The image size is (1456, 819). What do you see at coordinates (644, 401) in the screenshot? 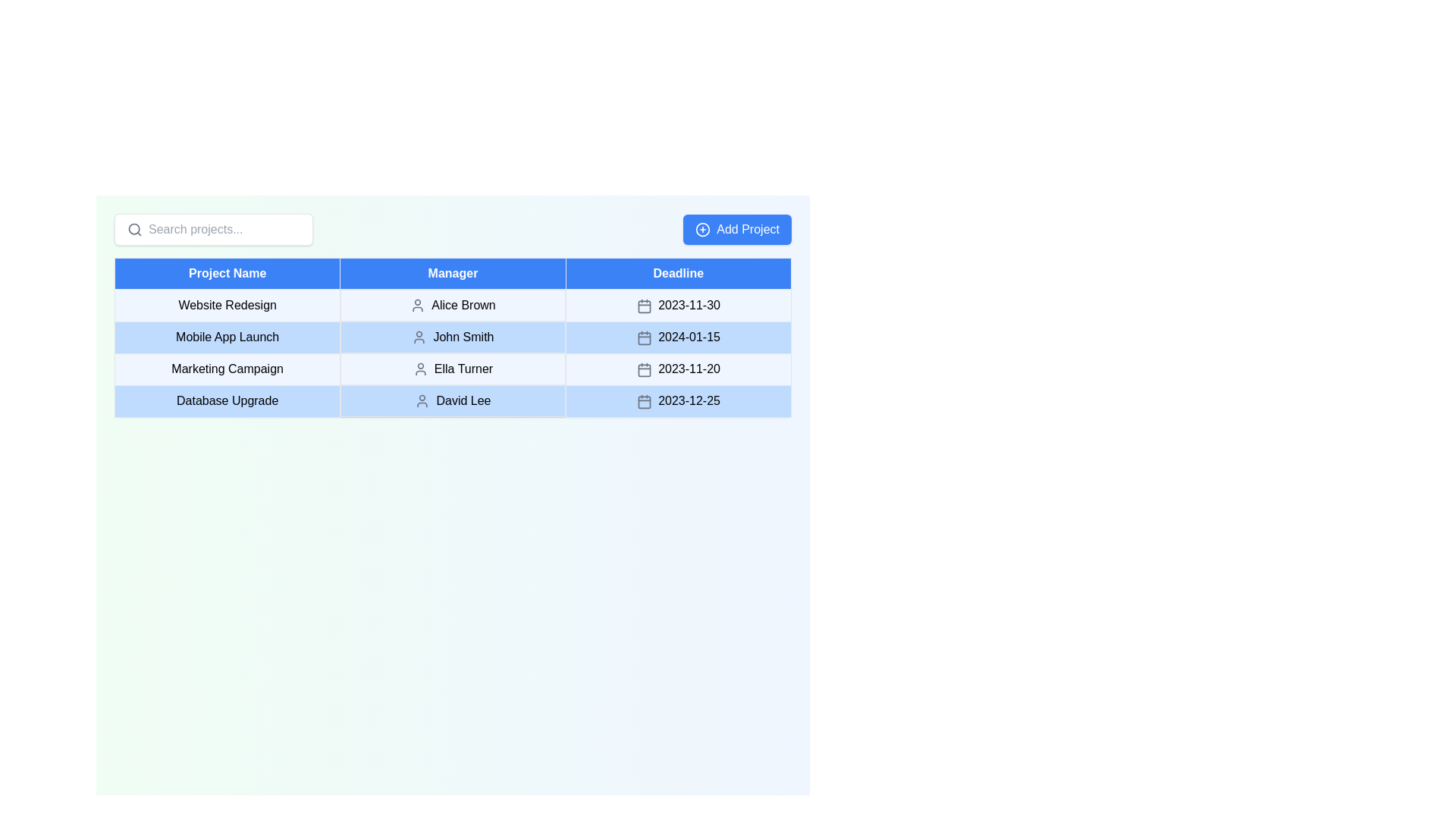
I see `the rectangular SVG graphic element that represents a date-related calendar symbol, located in the 'Deadline' column of the bottom-most row of the table` at bounding box center [644, 401].